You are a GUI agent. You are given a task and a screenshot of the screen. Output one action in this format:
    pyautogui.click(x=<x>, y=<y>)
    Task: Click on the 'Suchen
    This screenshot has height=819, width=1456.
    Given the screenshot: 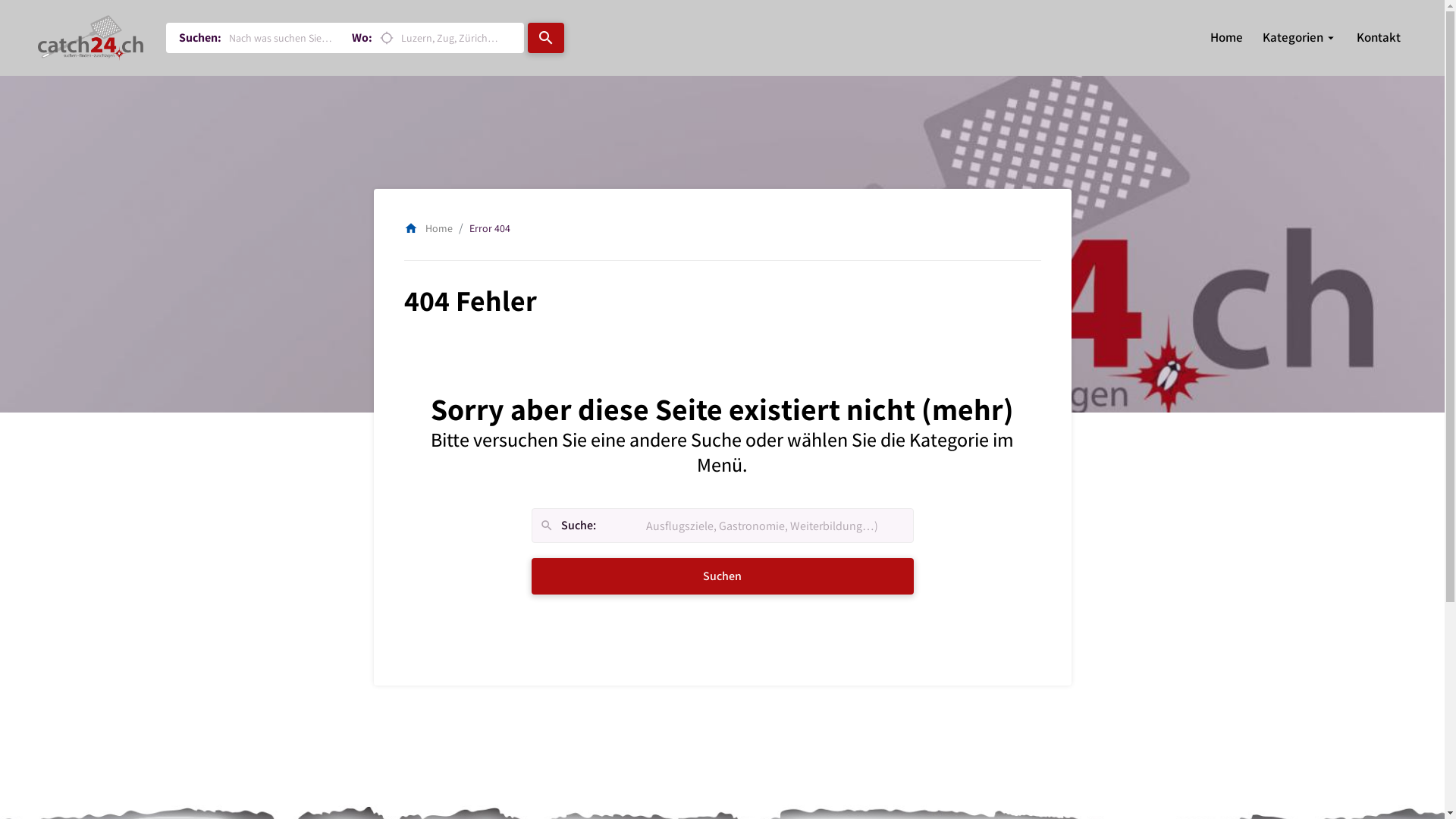 What is the action you would take?
    pyautogui.click(x=720, y=576)
    